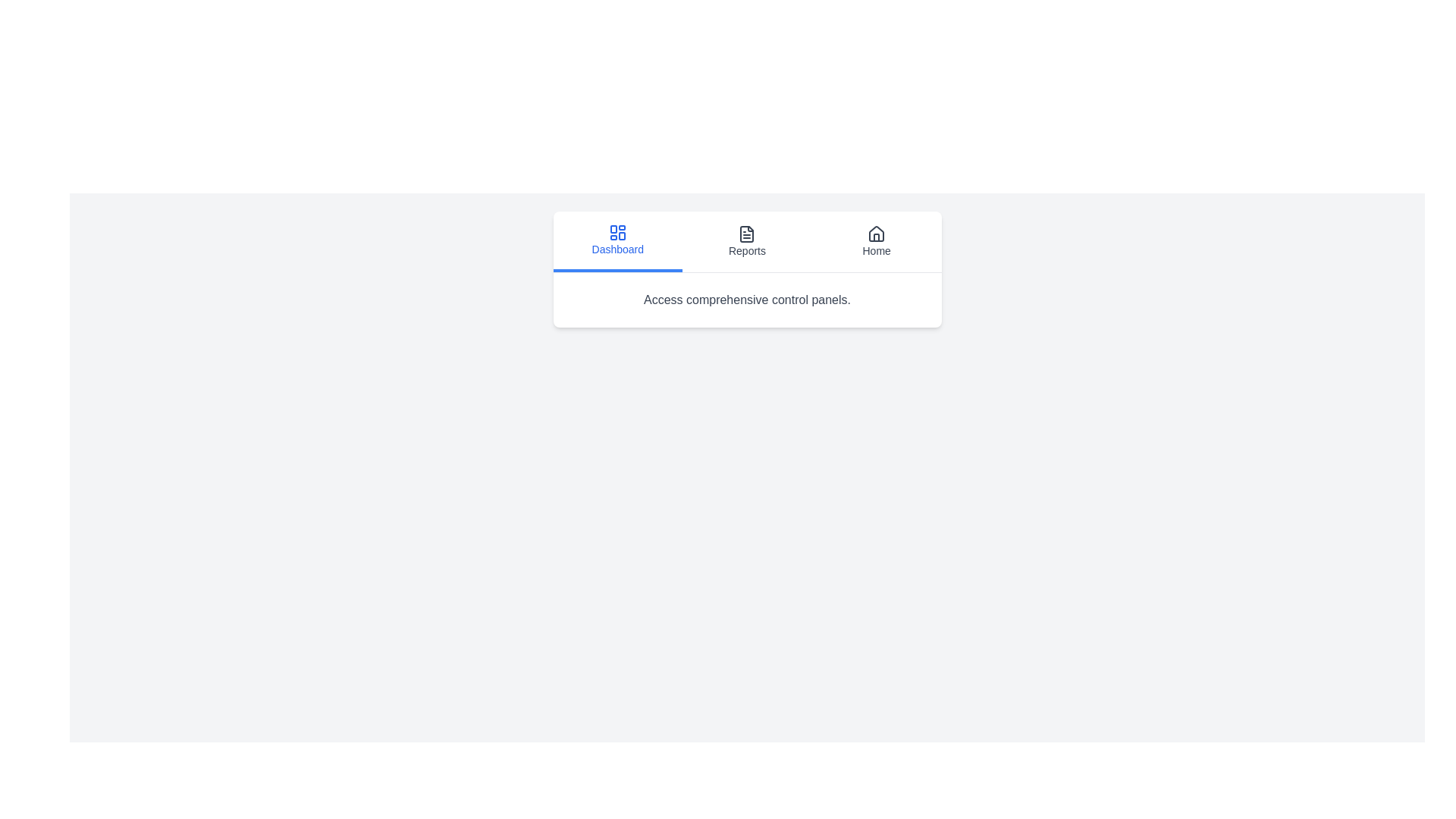  Describe the element at coordinates (617, 241) in the screenshot. I see `the tab button labeled Dashboard` at that location.